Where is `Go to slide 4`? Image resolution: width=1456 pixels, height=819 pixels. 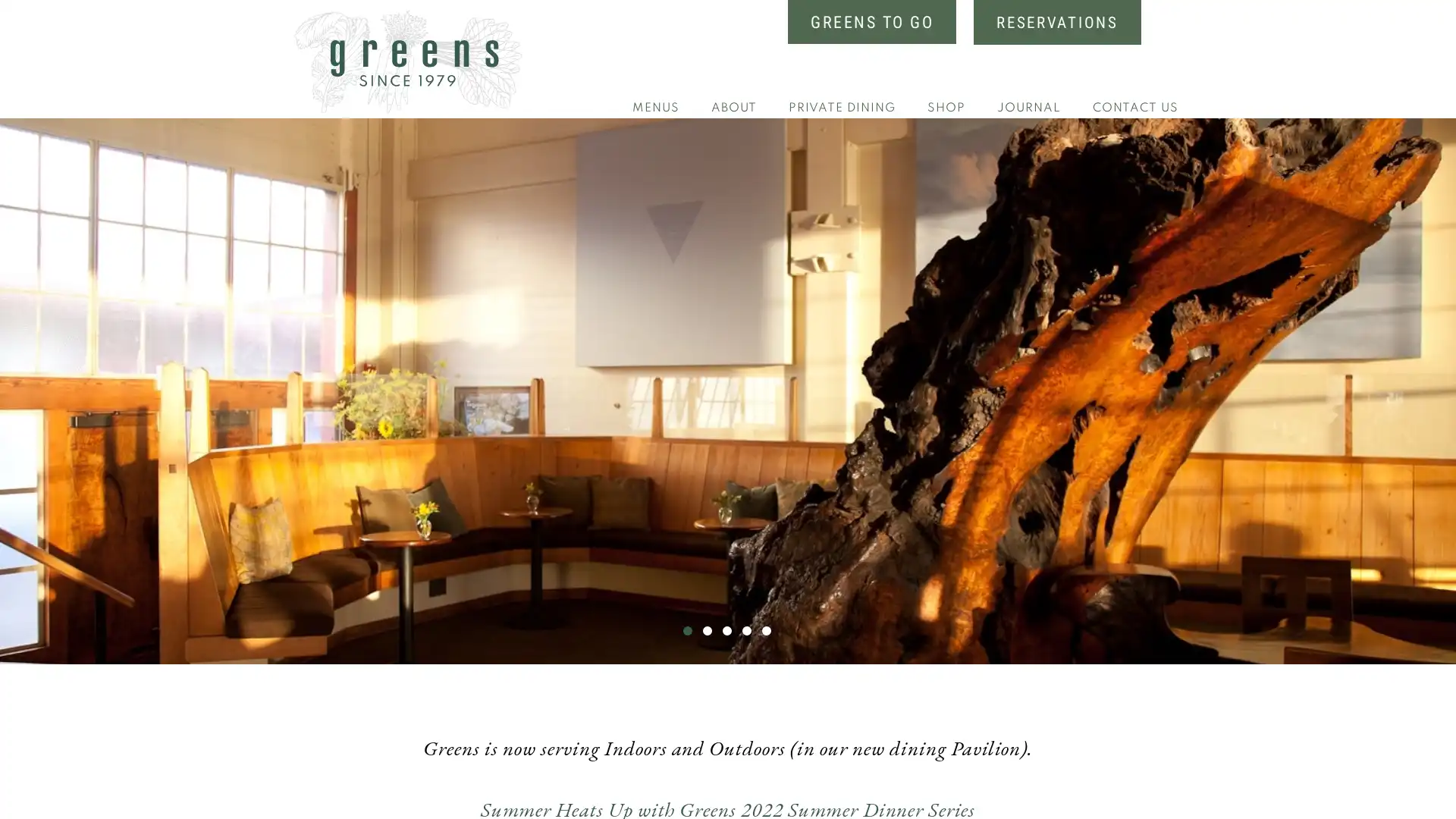 Go to slide 4 is located at coordinates (746, 629).